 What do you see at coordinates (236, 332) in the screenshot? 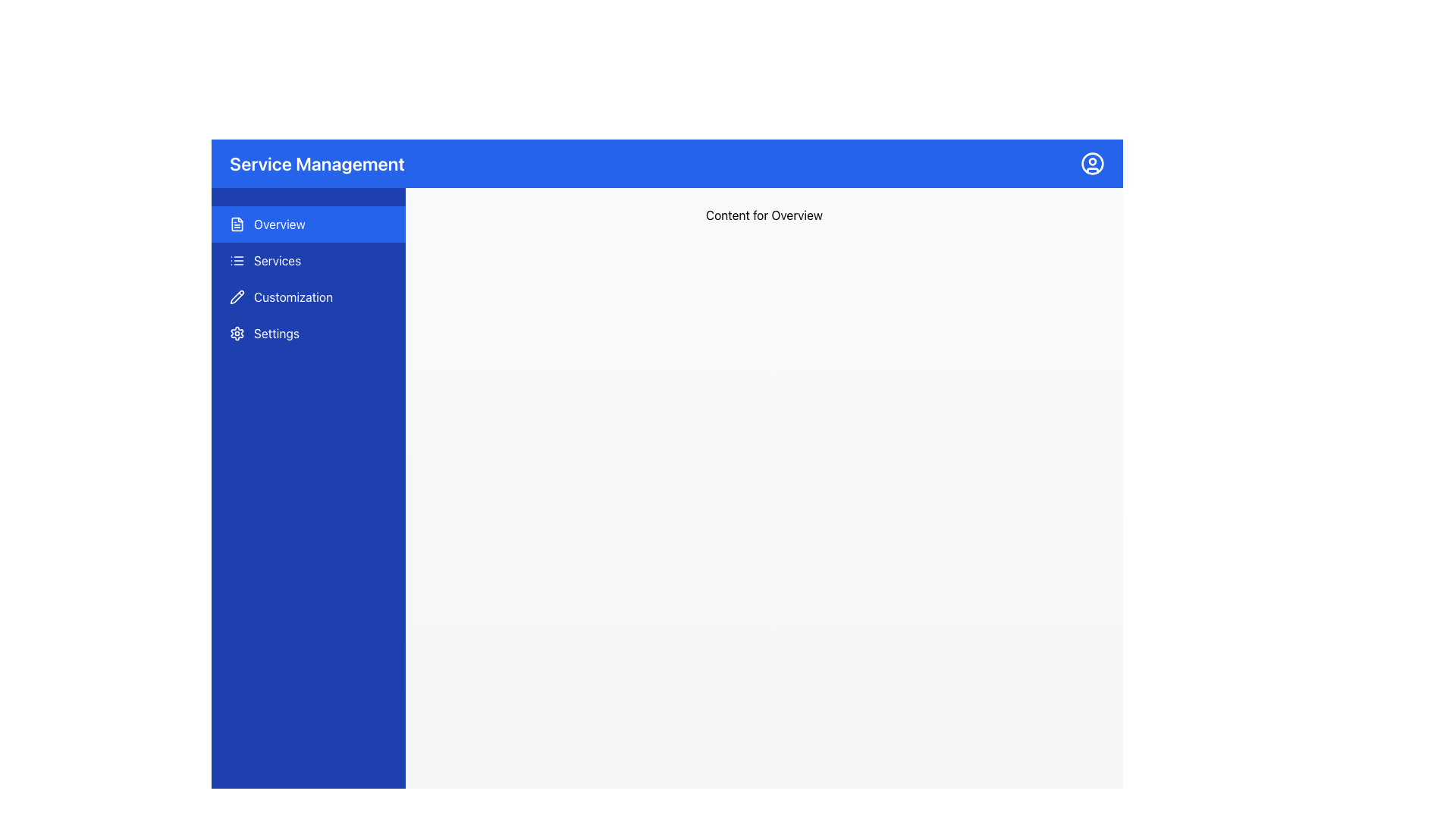
I see `the settings icon located in the vertical navigation bar on the left-side panel, which is the fourth item from the top` at bounding box center [236, 332].